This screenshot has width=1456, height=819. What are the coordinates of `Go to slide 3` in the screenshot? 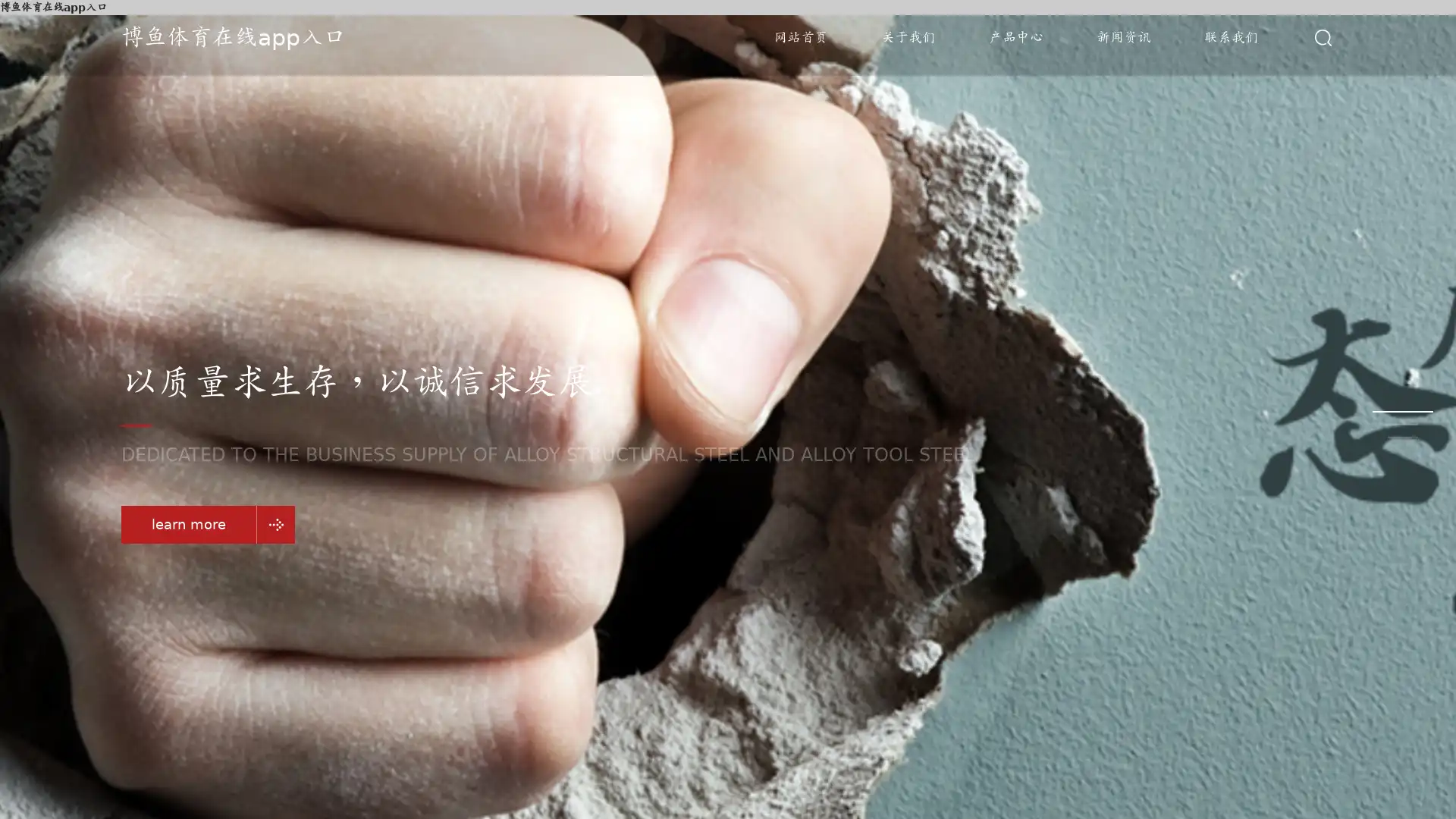 It's located at (1401, 438).